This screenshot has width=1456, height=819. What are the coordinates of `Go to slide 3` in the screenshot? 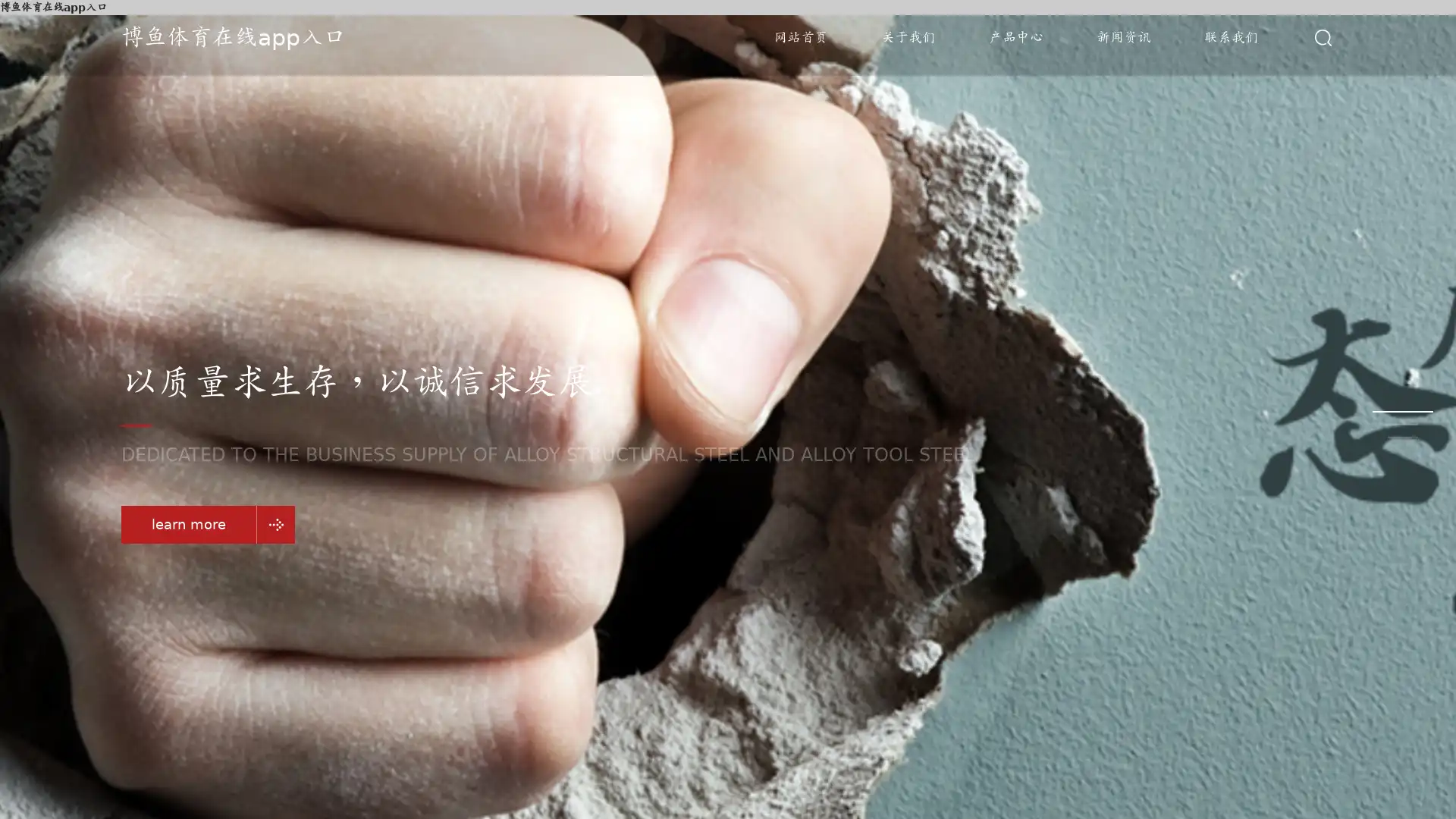 It's located at (1401, 438).